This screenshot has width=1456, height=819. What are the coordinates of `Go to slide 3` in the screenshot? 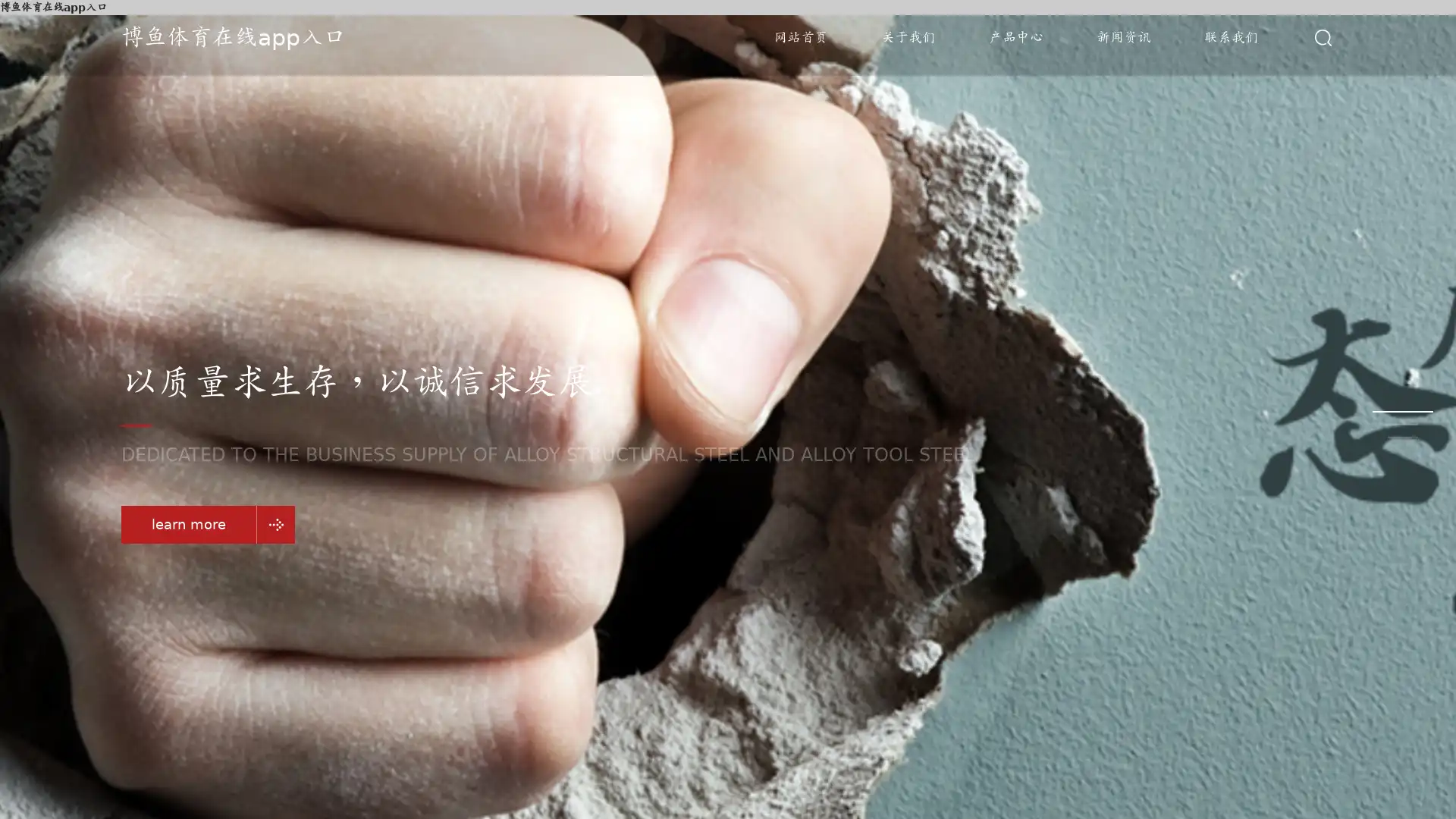 It's located at (1401, 438).